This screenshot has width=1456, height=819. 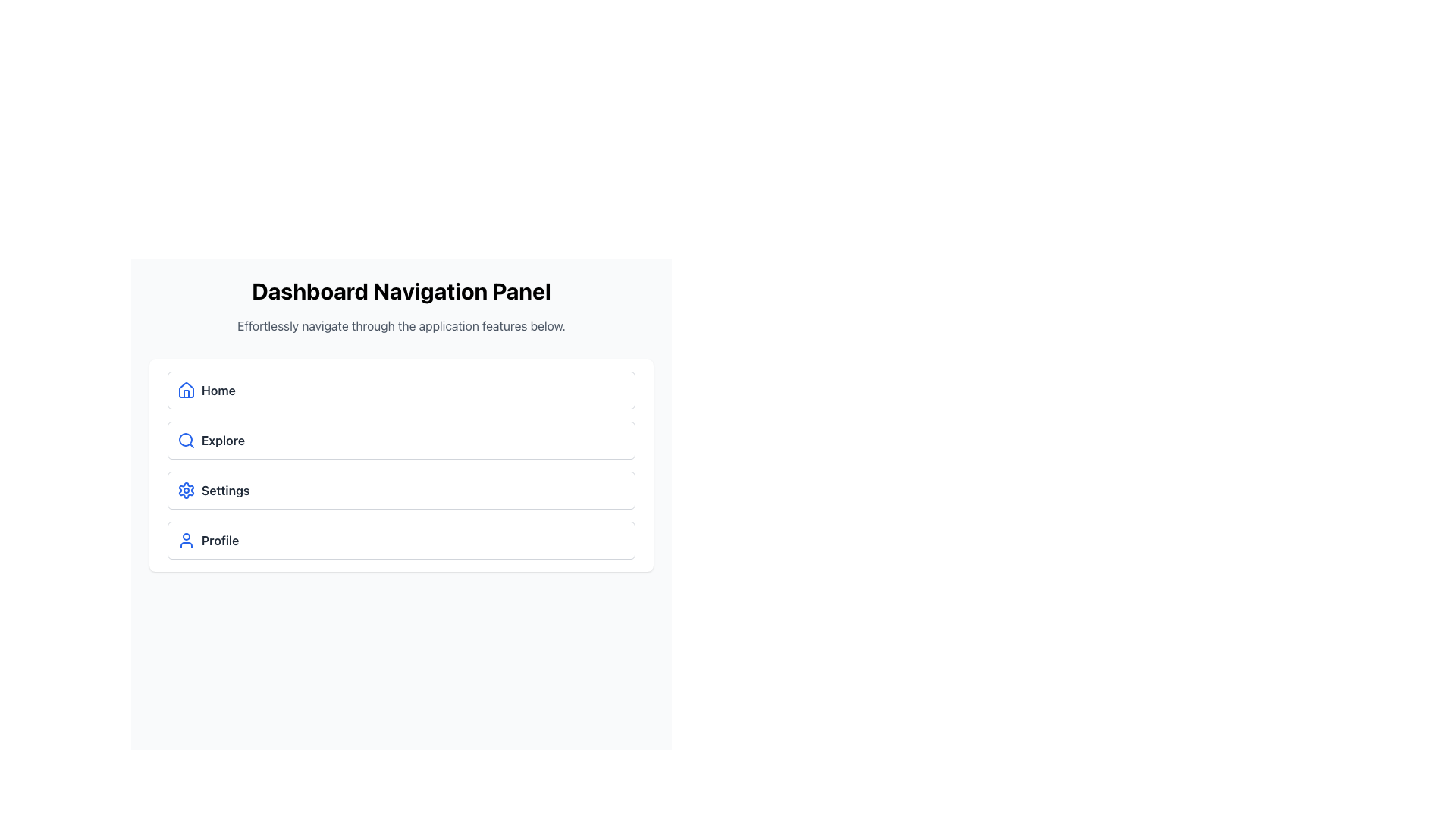 I want to click on the settings button, which is the third button in a vertical list of navigation buttons, positioned below the 'Home' and 'Explore' buttons and above the 'Profile' button, so click(x=401, y=491).